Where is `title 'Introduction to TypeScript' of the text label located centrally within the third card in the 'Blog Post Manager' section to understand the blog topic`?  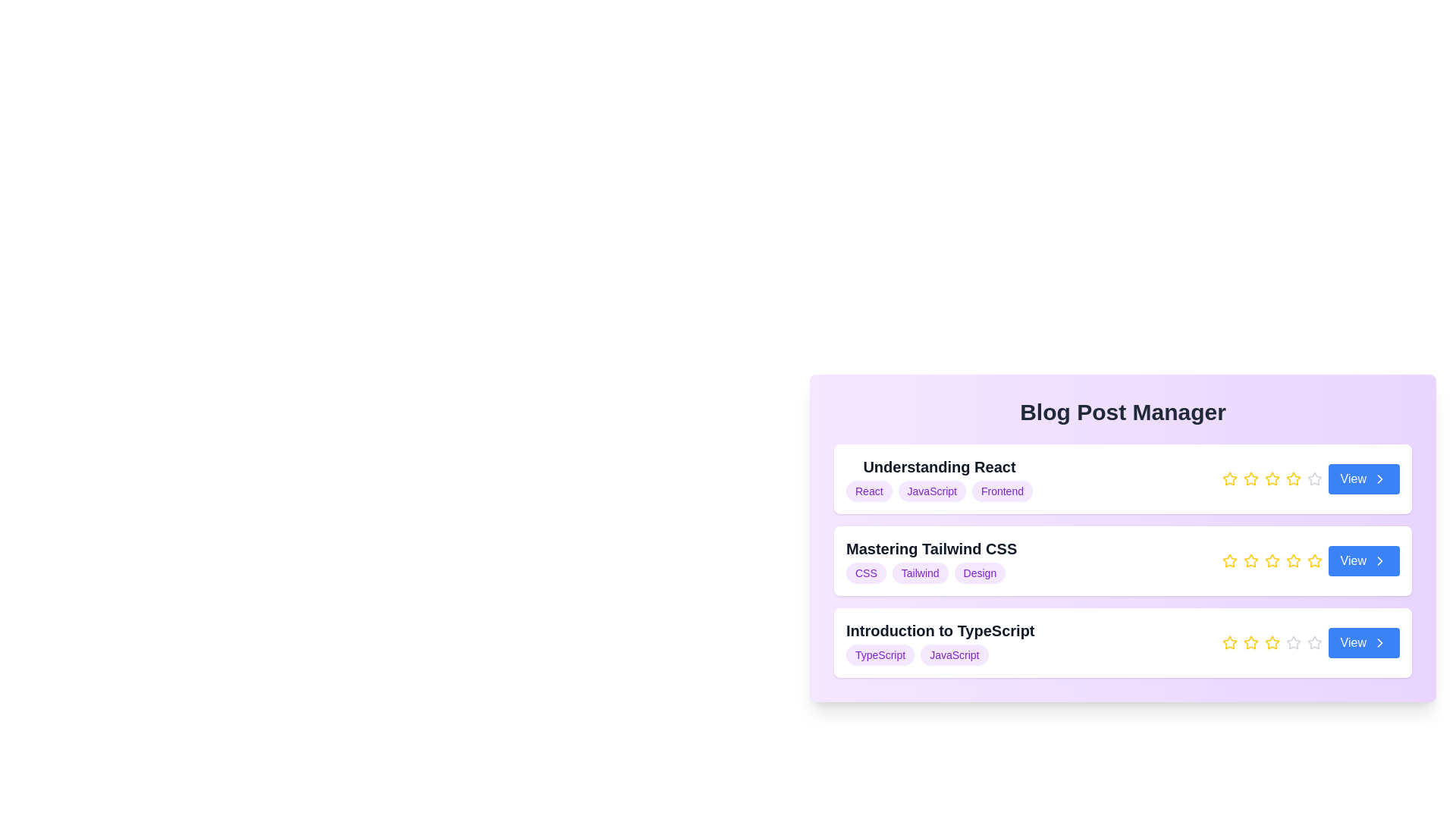
title 'Introduction to TypeScript' of the text label located centrally within the third card in the 'Blog Post Manager' section to understand the blog topic is located at coordinates (940, 643).